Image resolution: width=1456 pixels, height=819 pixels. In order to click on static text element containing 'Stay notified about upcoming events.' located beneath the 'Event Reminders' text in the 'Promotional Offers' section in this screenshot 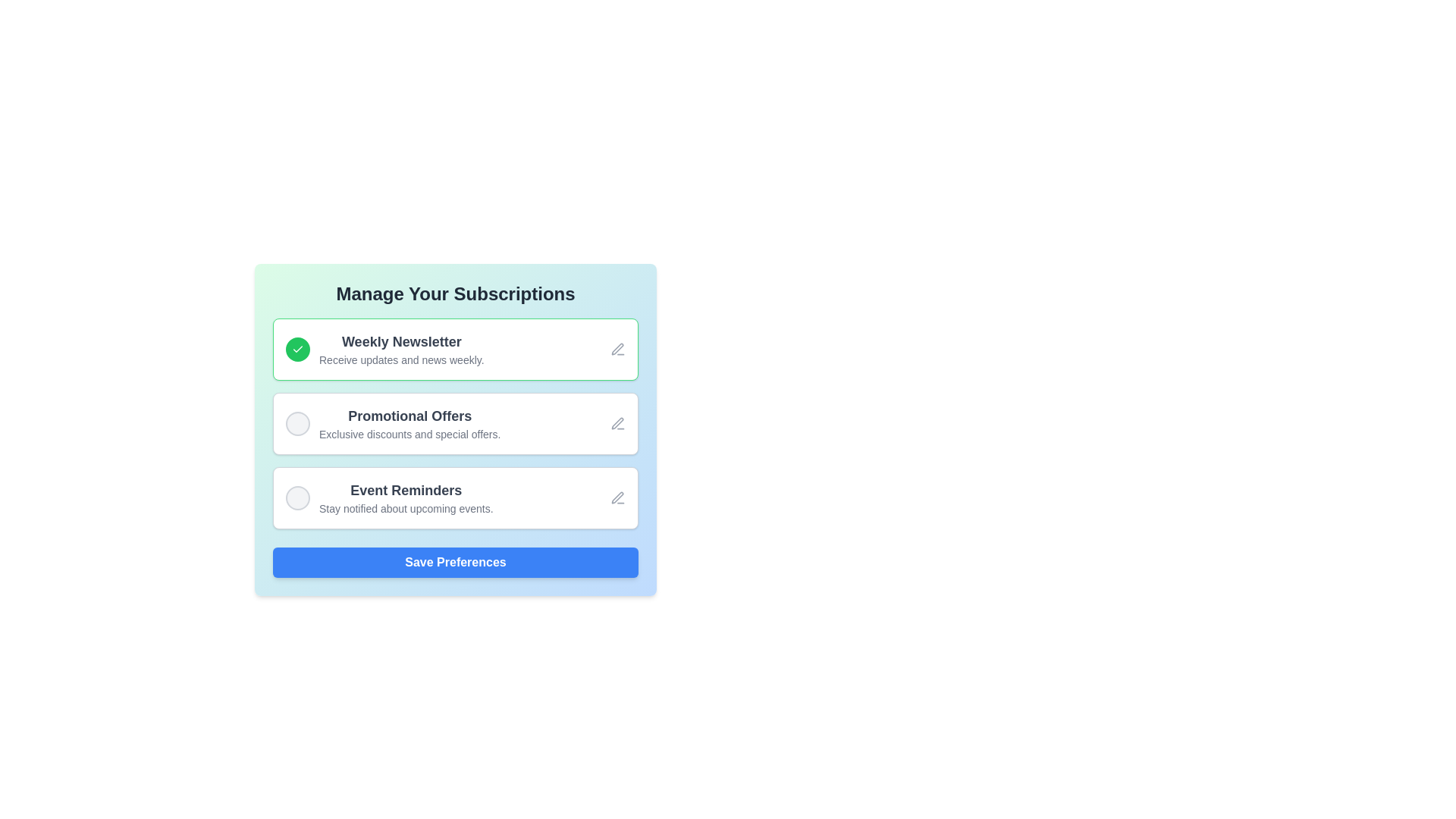, I will do `click(406, 509)`.